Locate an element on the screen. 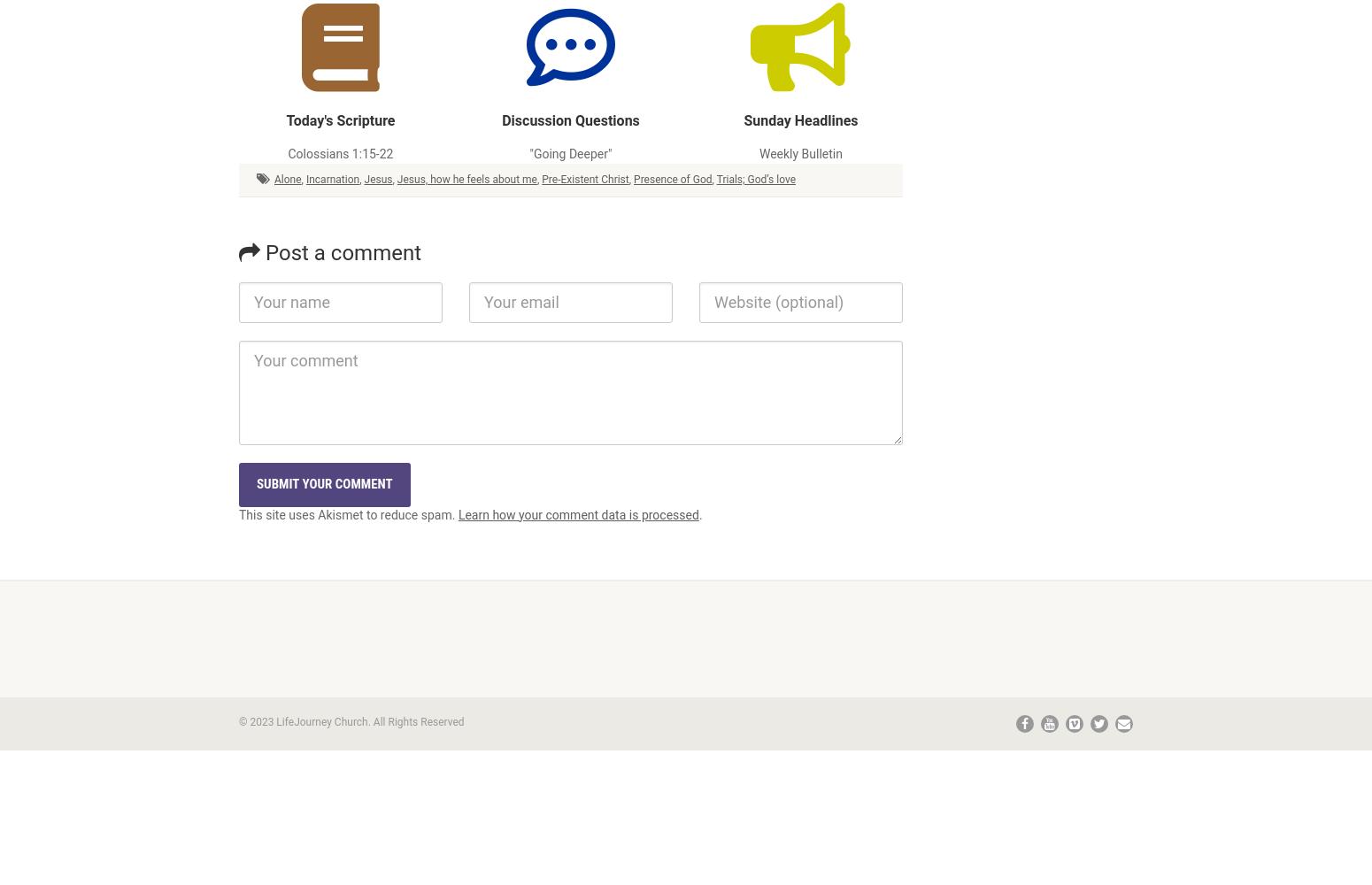  'Weekly Bulletin' is located at coordinates (800, 154).